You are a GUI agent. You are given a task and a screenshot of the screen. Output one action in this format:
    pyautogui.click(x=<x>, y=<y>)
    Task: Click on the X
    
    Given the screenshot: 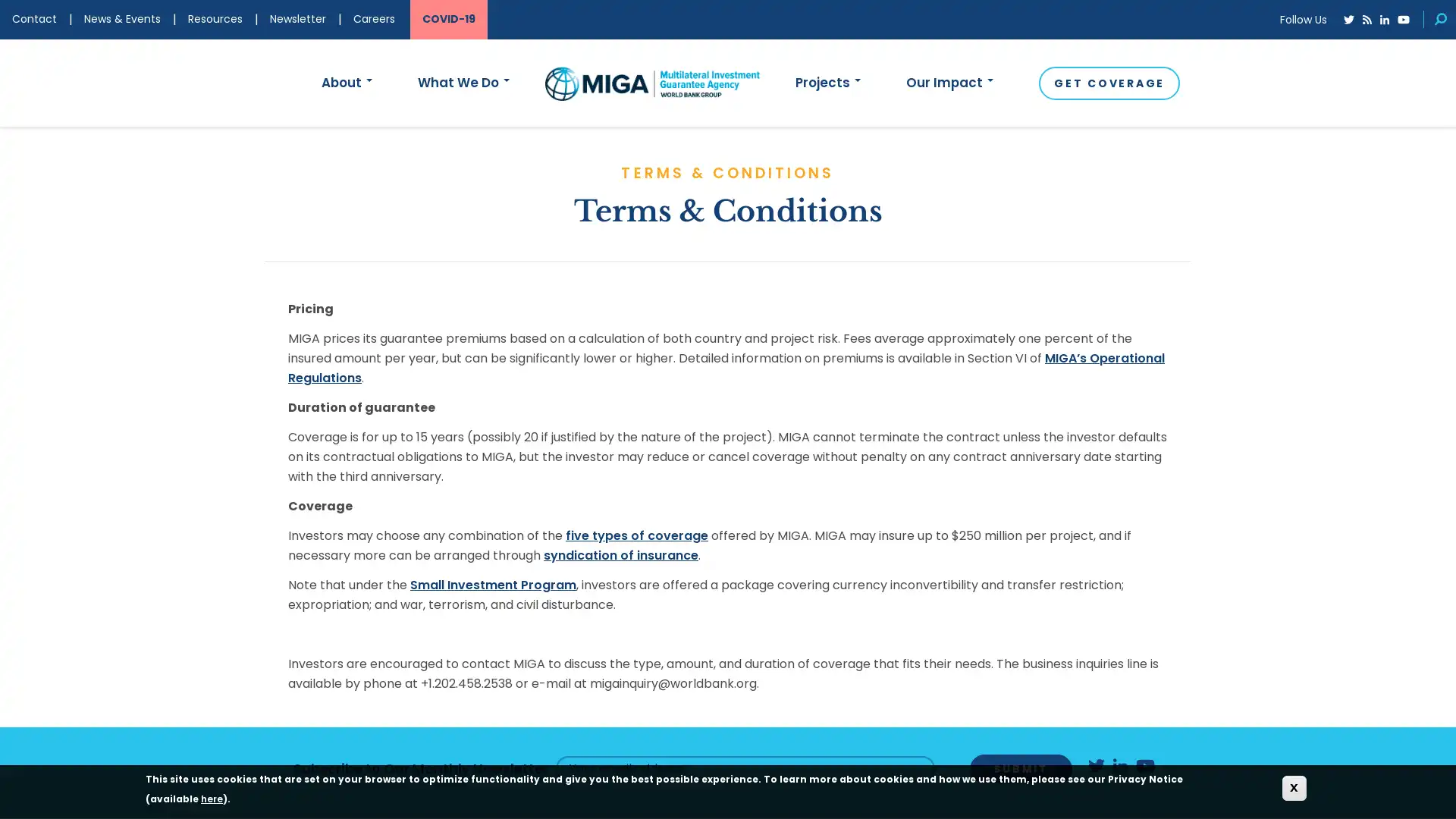 What is the action you would take?
    pyautogui.click(x=1294, y=787)
    